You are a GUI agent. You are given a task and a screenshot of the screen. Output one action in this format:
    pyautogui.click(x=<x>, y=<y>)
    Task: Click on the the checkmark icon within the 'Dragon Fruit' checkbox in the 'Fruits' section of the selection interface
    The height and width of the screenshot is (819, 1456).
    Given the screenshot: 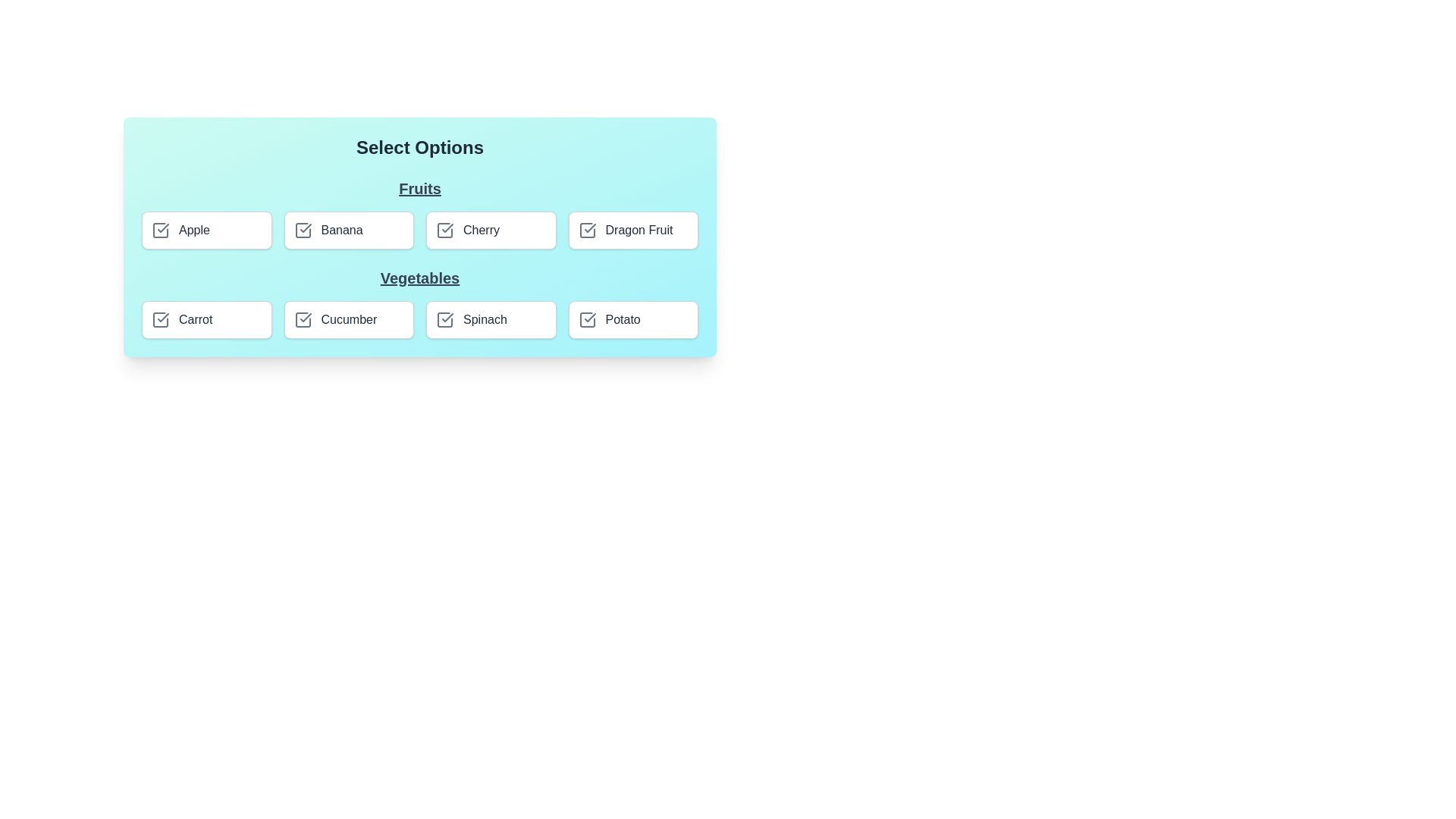 What is the action you would take?
    pyautogui.click(x=586, y=231)
    